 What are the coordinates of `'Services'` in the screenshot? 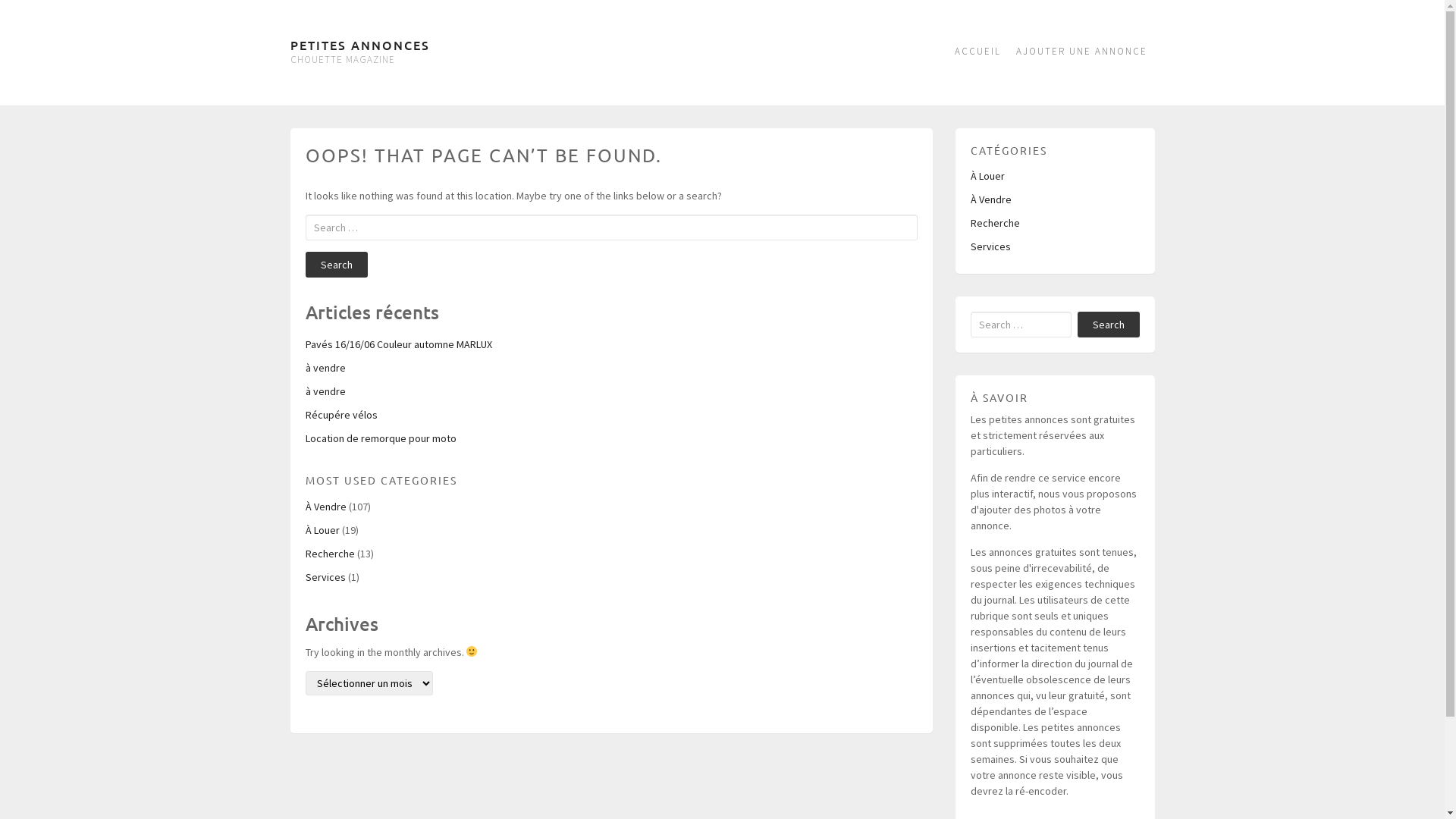 It's located at (990, 245).